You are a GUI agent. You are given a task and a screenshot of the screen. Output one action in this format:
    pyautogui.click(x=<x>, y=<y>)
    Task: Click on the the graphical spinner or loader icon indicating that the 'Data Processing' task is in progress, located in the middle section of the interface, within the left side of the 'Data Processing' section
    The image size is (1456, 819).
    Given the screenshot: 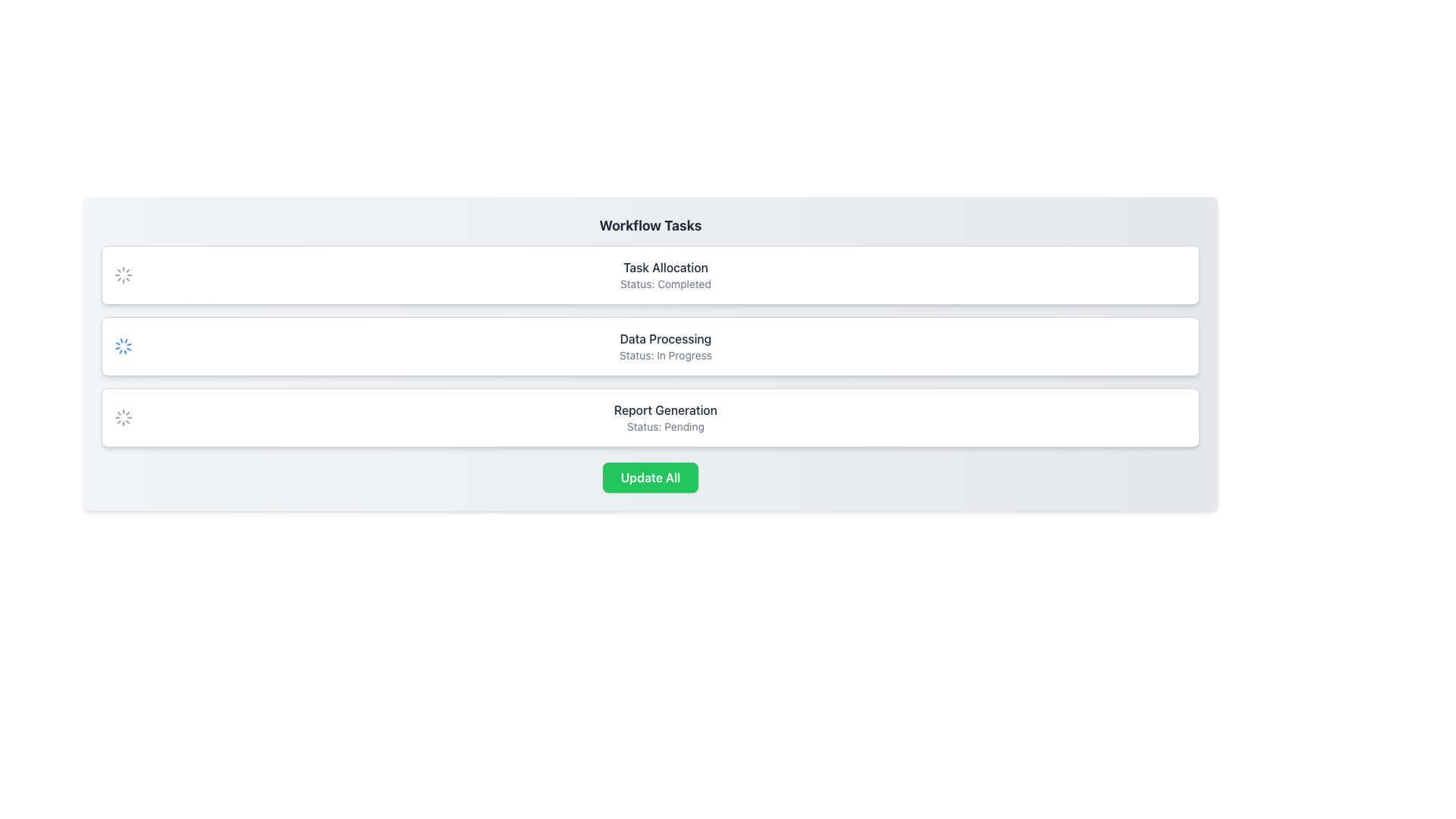 What is the action you would take?
    pyautogui.click(x=124, y=346)
    